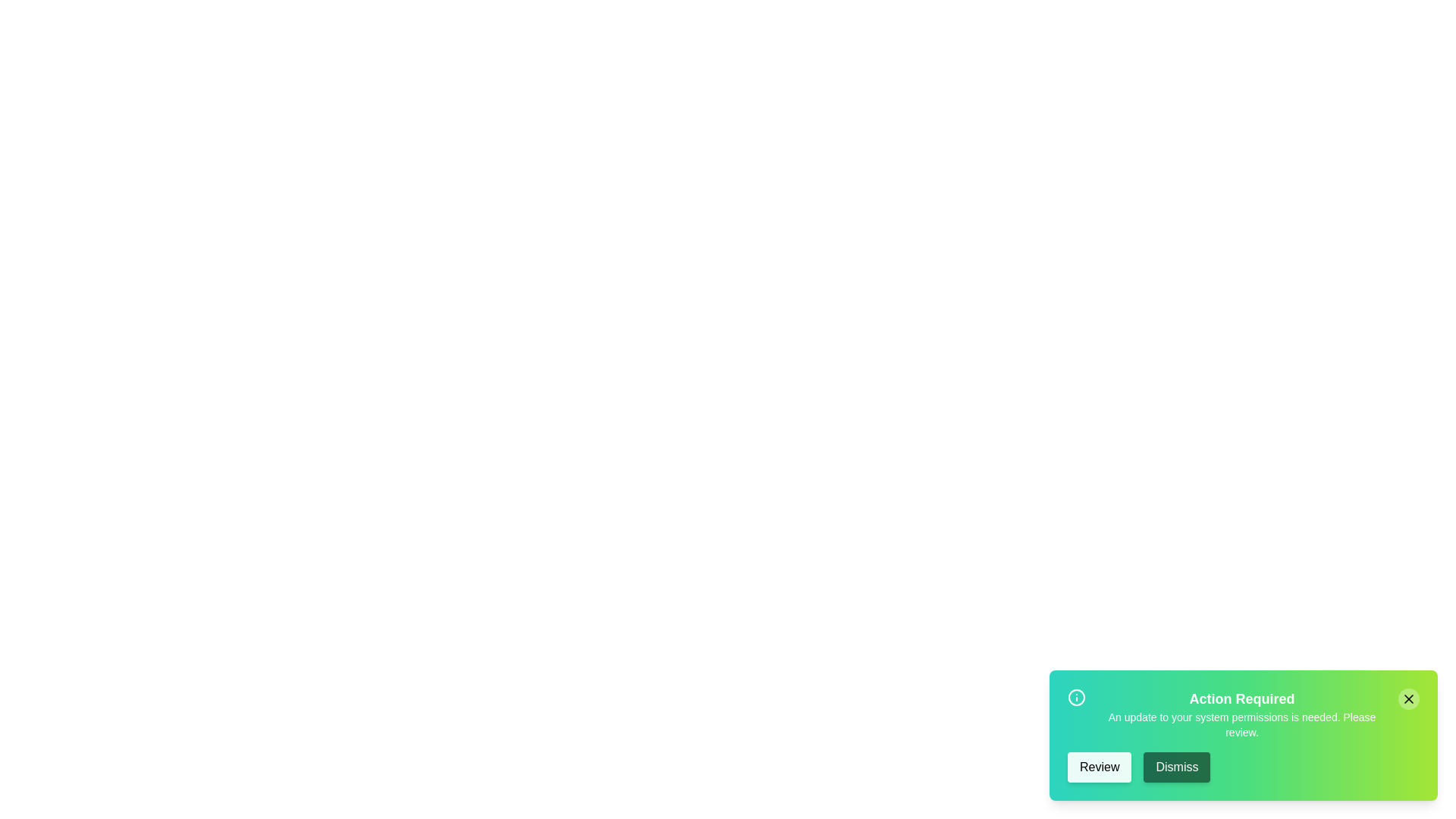 The image size is (1456, 819). Describe the element at coordinates (1099, 767) in the screenshot. I see `the Review button to observe its hover effect` at that location.